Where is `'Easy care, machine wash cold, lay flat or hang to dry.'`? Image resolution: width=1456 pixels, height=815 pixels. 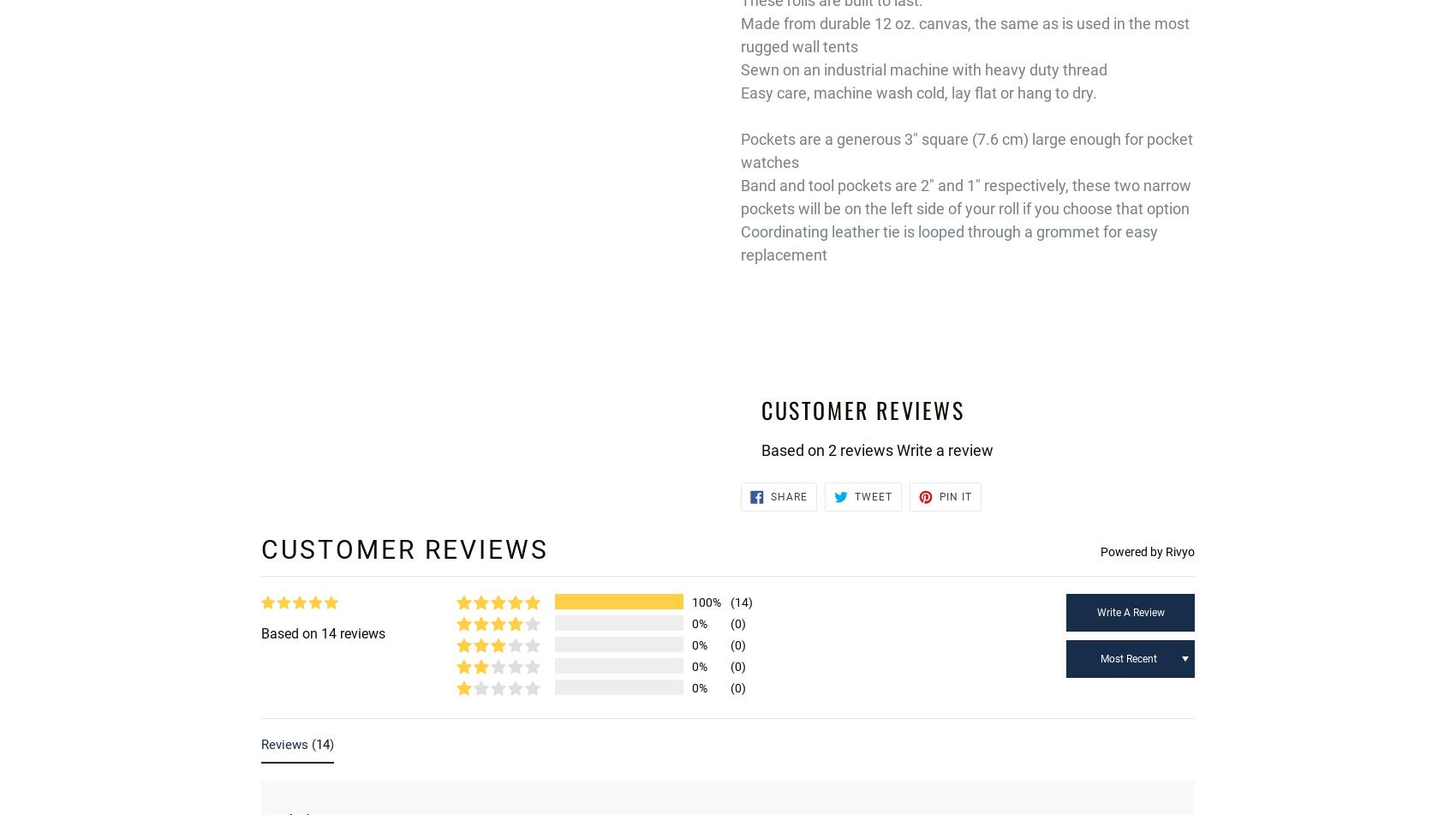 'Easy care, machine wash cold, lay flat or hang to dry.' is located at coordinates (919, 93).